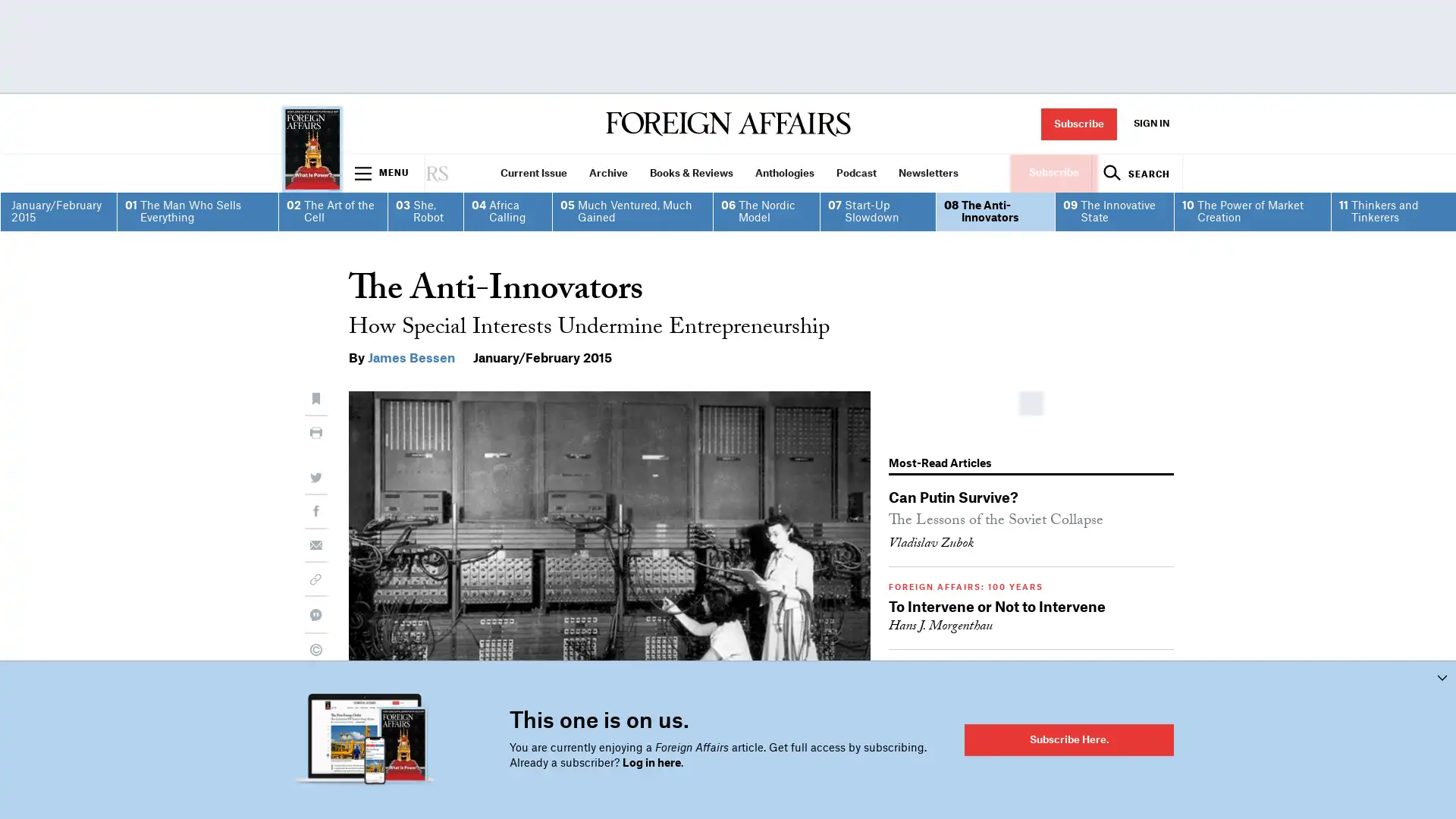 The image size is (1456, 819). Describe the element at coordinates (927, 172) in the screenshot. I see `Newsletters` at that location.